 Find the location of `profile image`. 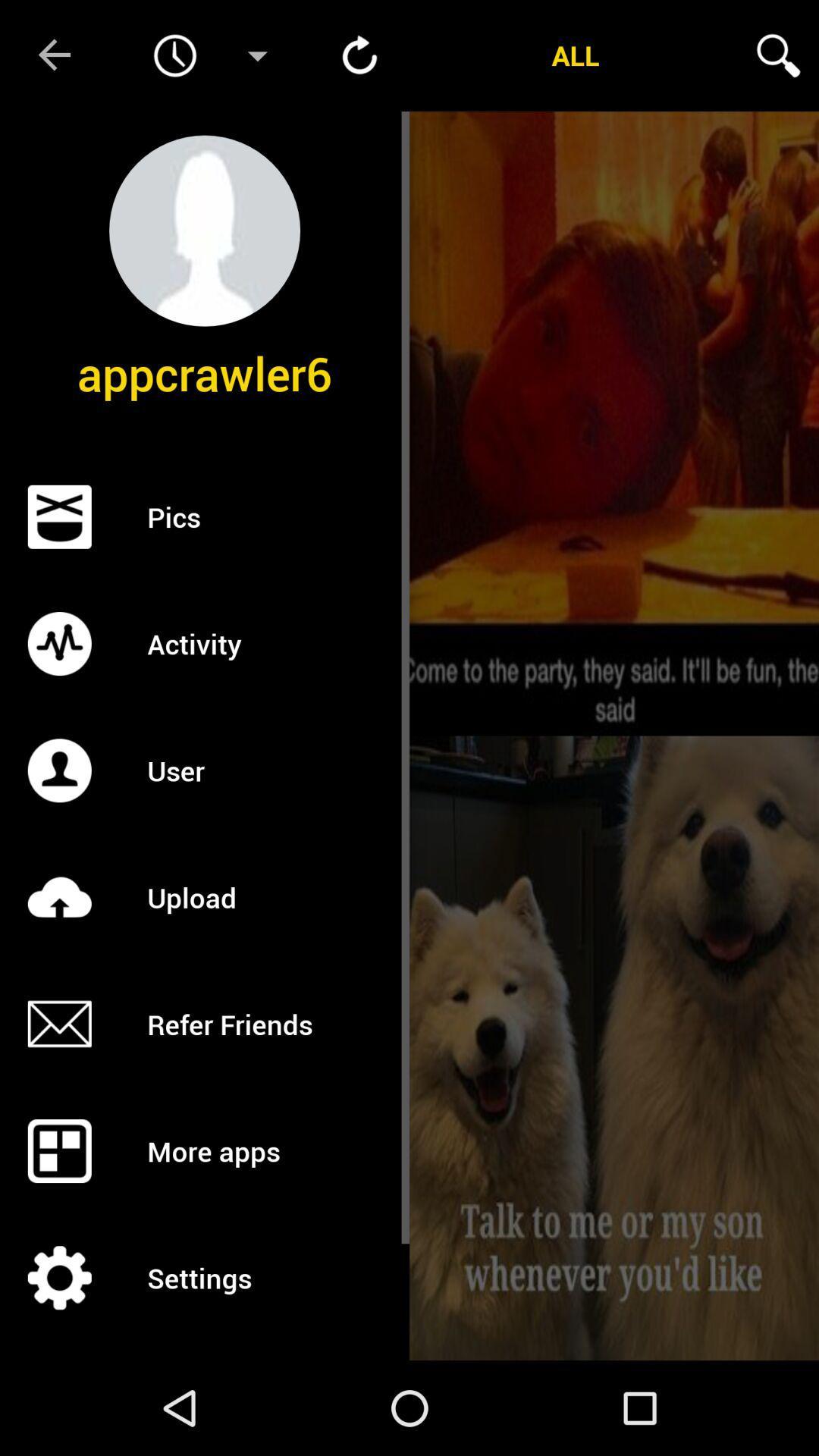

profile image is located at coordinates (205, 230).